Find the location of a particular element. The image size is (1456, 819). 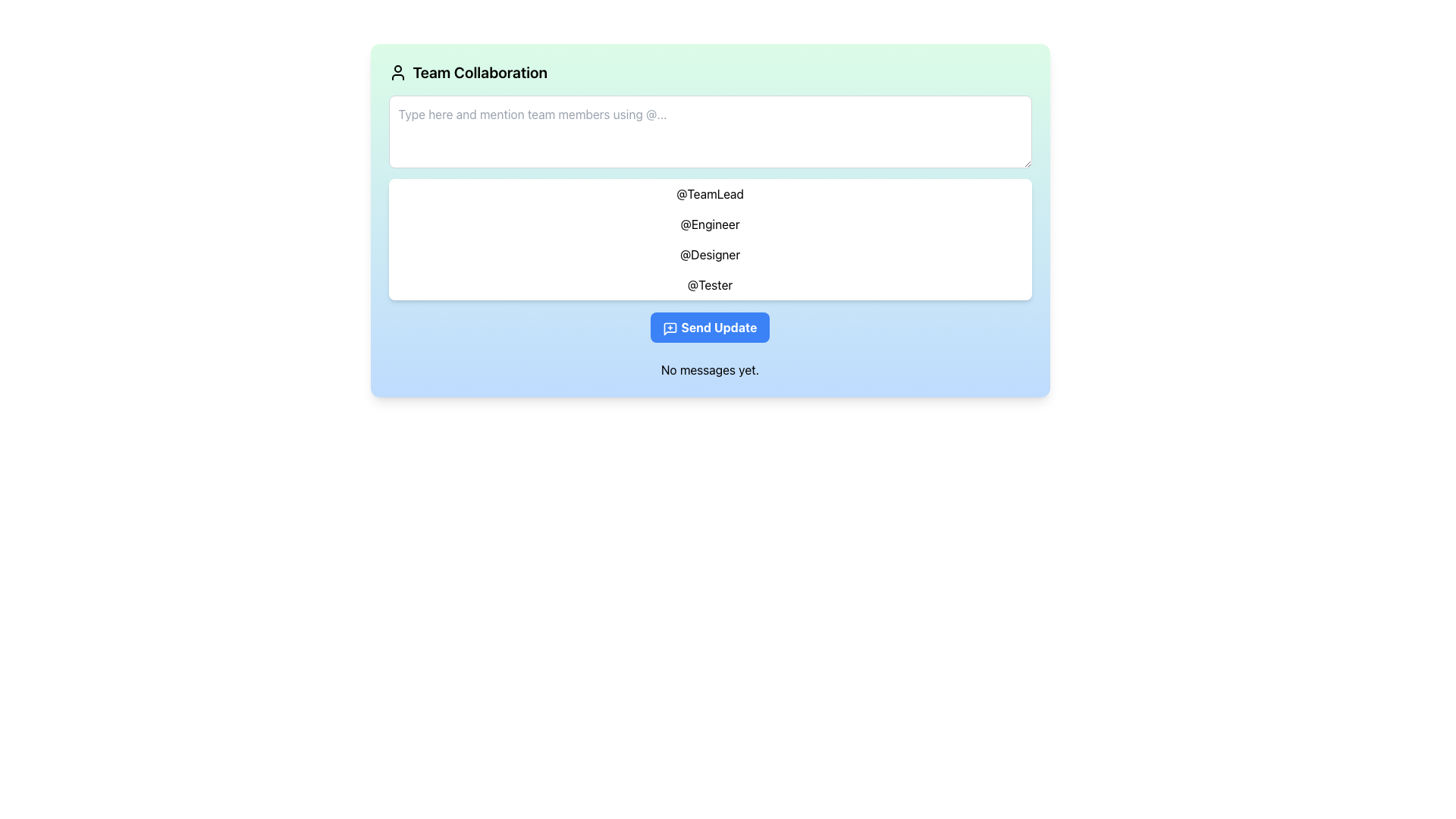

the icon within the 'Send Update' button, located to the left of the text label 'Send Update' is located at coordinates (670, 328).